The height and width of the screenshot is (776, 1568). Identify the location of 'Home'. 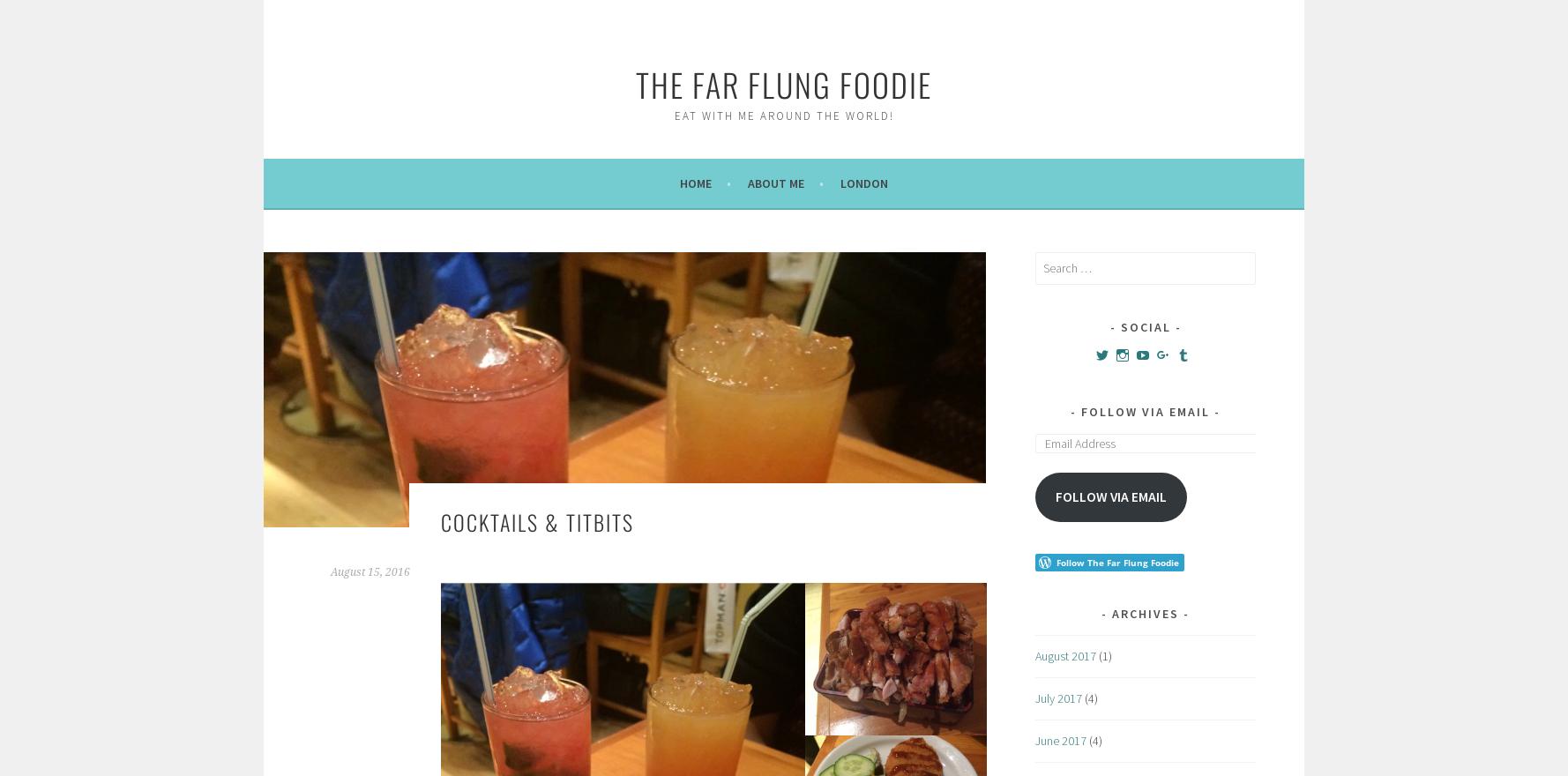
(696, 182).